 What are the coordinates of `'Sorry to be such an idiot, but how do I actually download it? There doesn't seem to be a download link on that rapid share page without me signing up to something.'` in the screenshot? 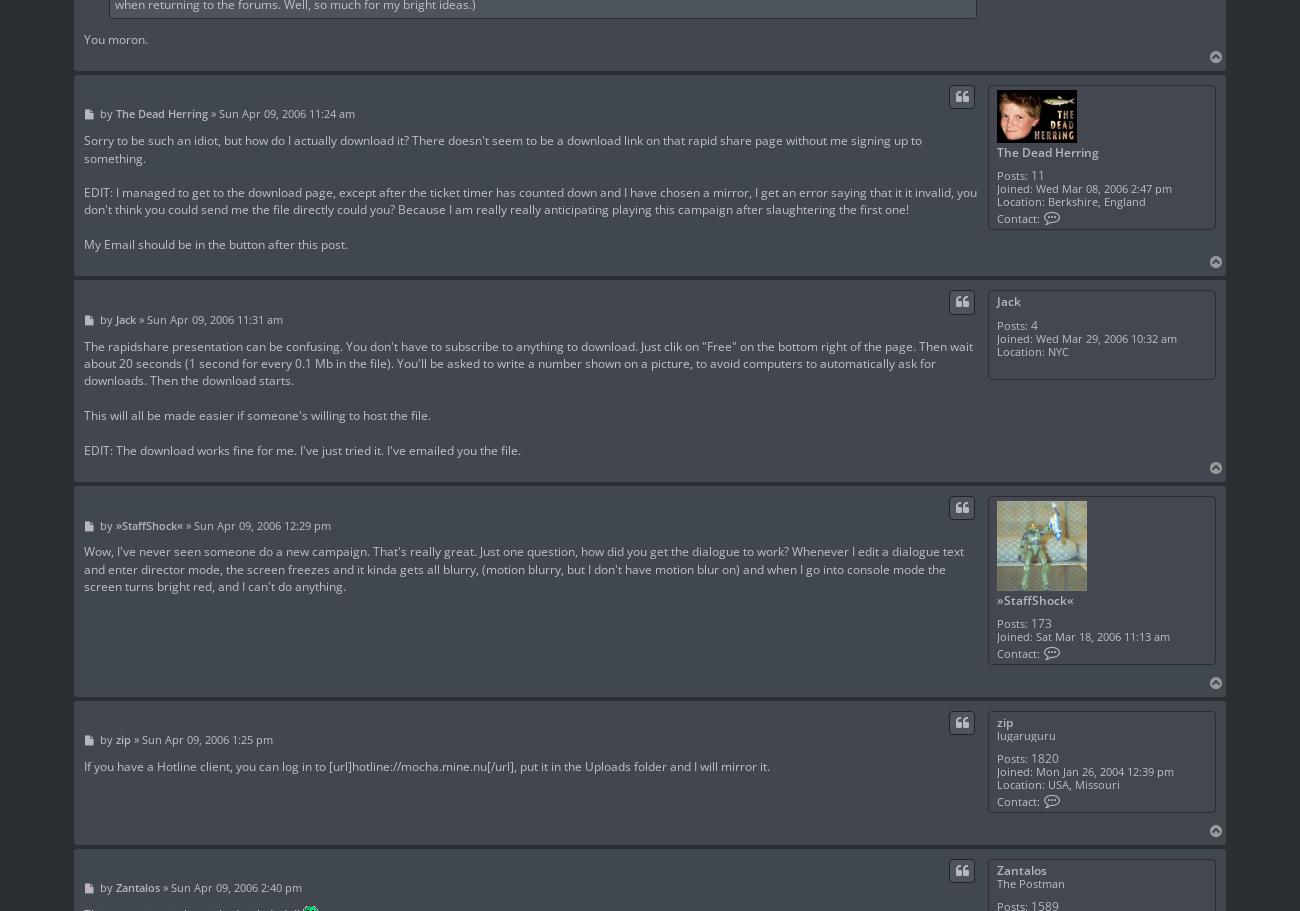 It's located at (83, 149).